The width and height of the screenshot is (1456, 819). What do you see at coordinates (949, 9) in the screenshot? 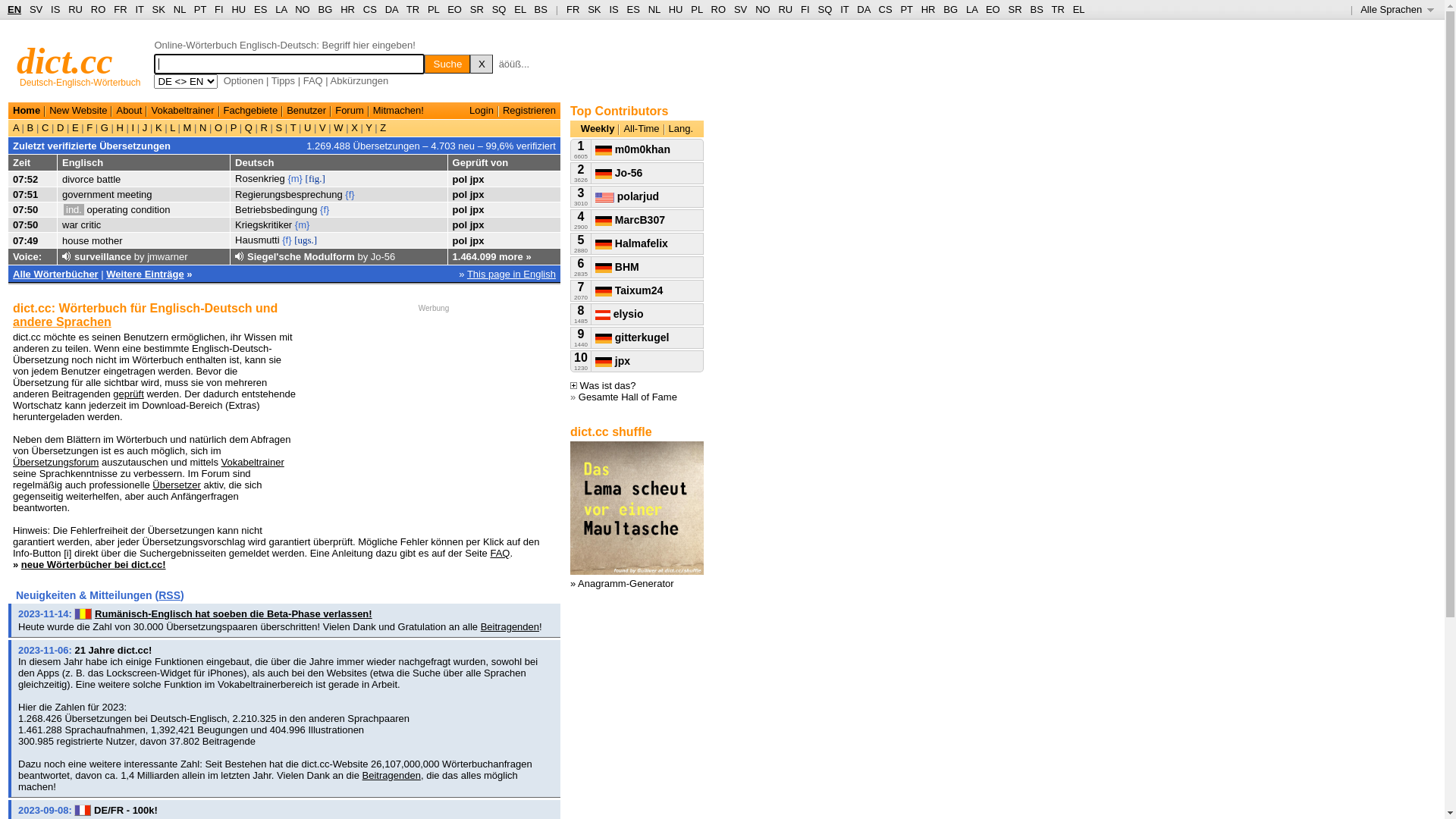
I see `'BG'` at bounding box center [949, 9].